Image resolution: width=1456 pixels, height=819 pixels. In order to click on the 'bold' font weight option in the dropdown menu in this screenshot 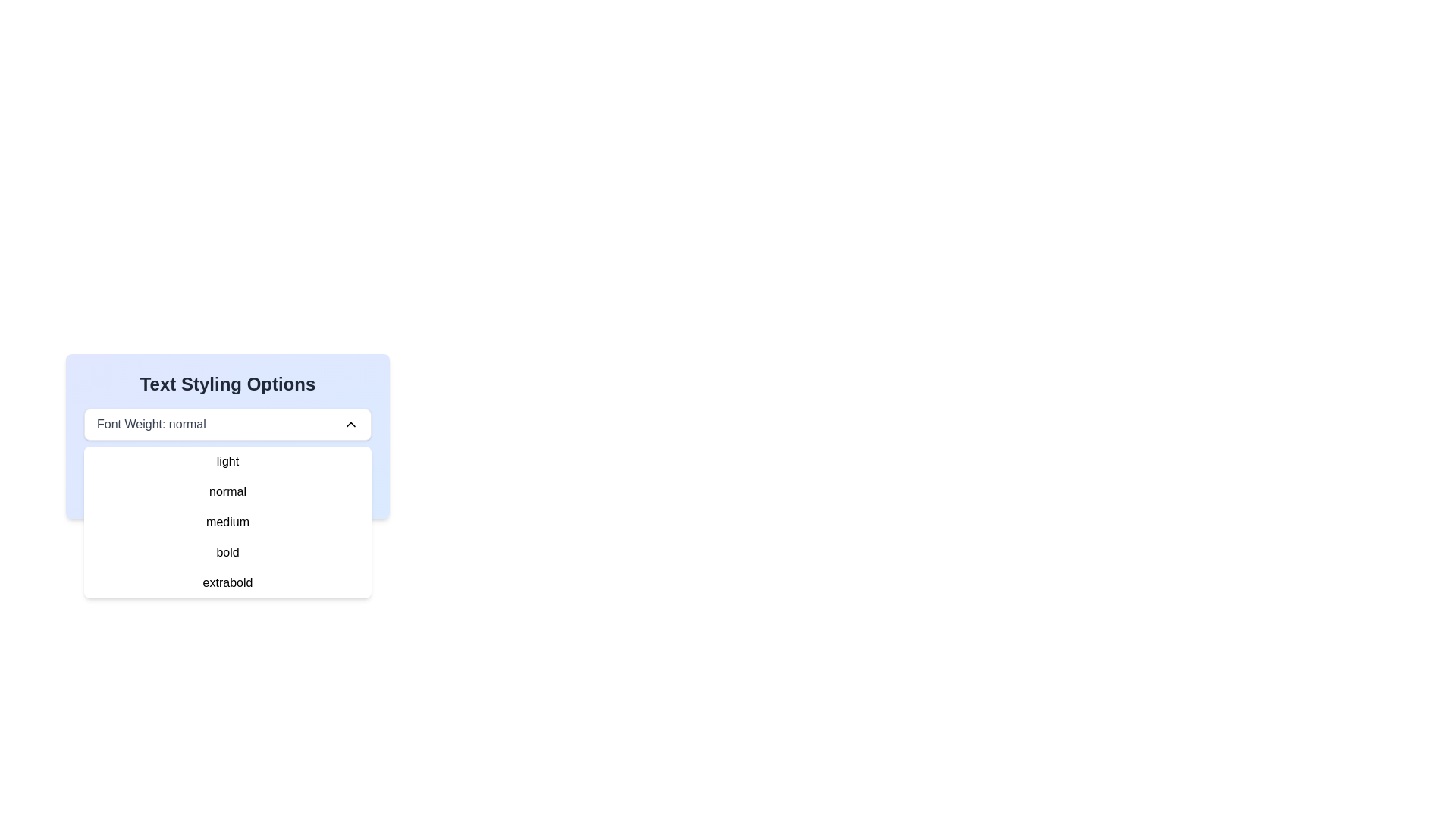, I will do `click(227, 553)`.